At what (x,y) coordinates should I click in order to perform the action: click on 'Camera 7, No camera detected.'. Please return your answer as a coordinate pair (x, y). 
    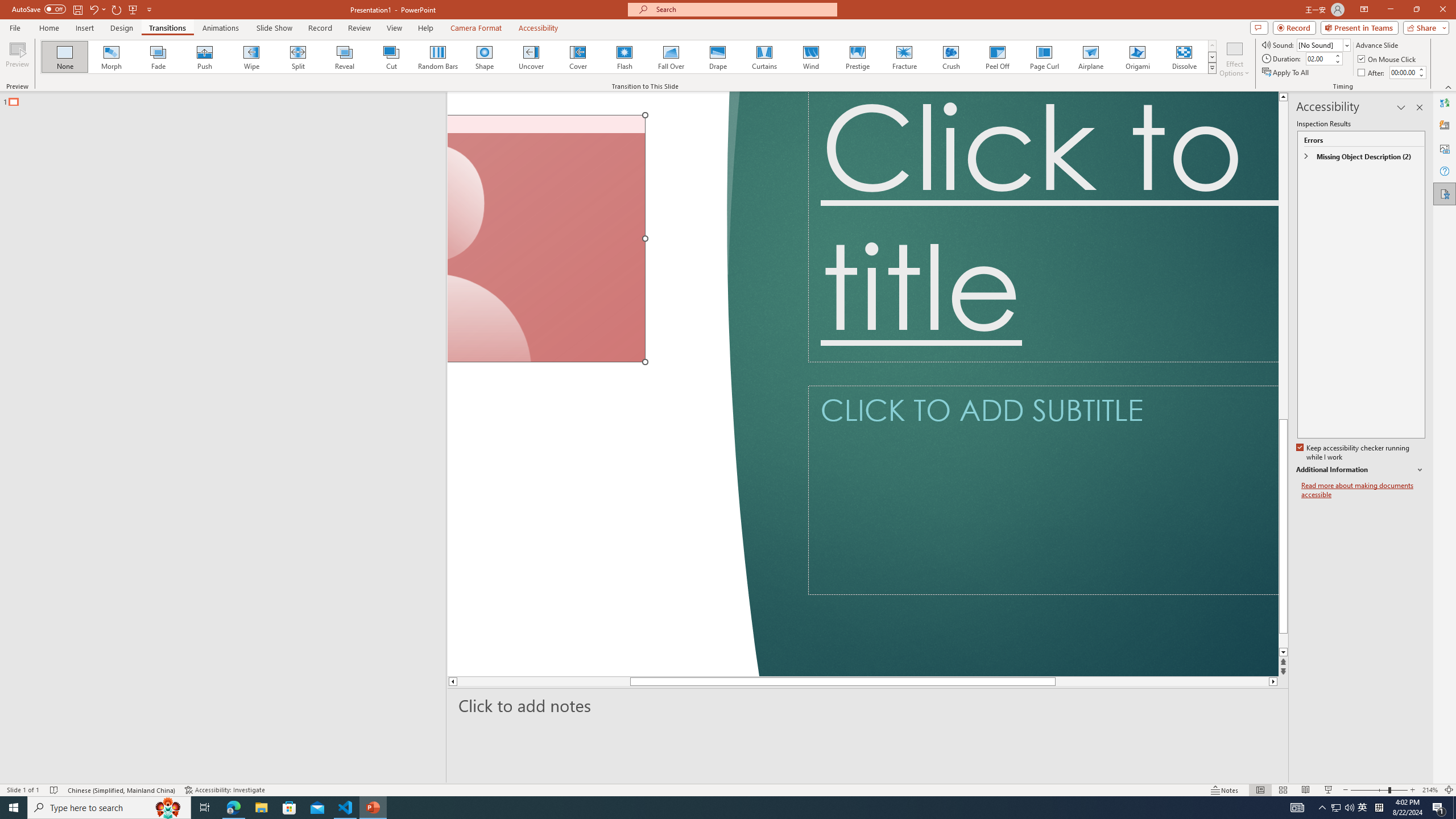
    Looking at the image, I should click on (547, 239).